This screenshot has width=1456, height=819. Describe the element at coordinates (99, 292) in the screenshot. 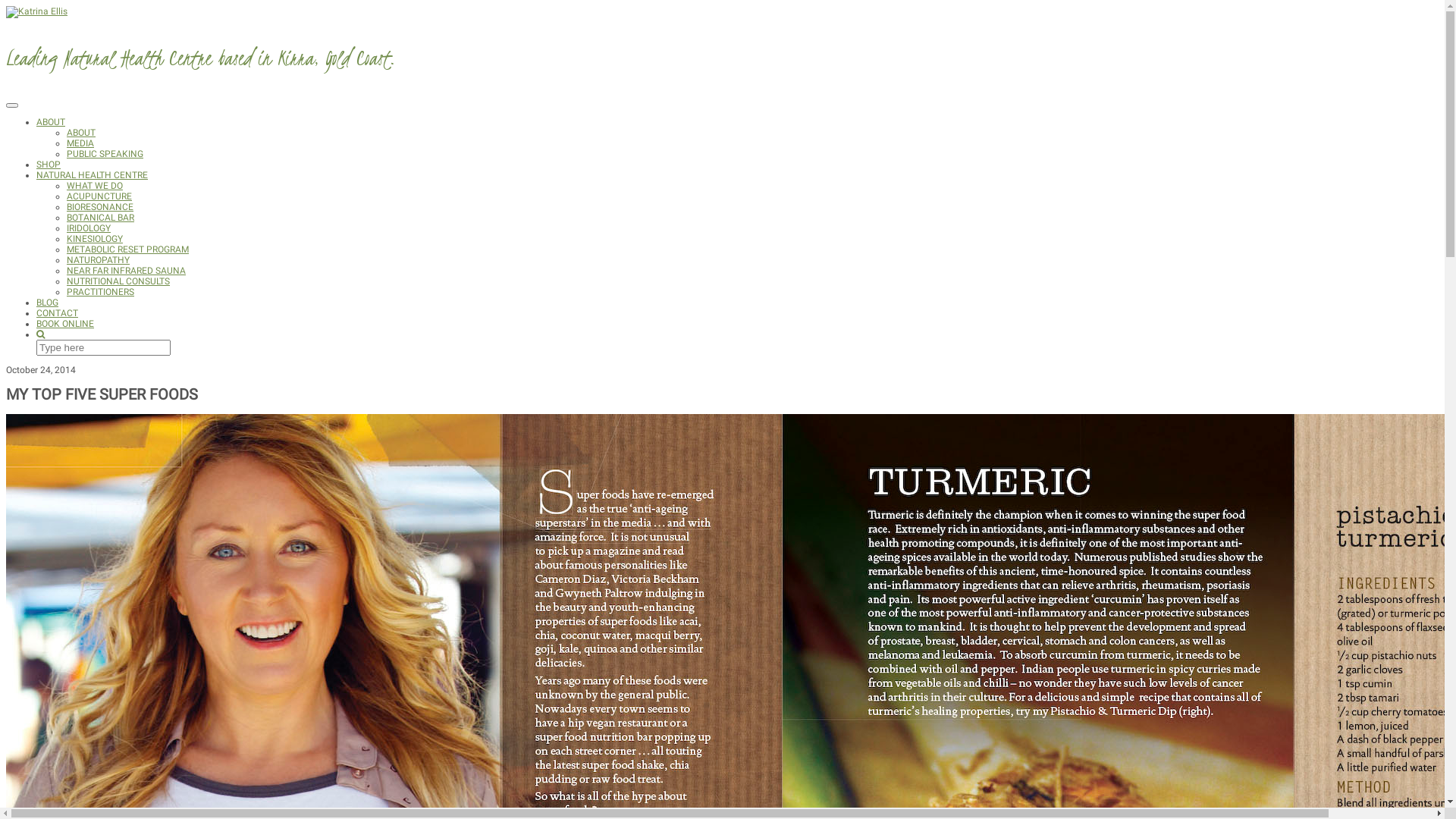

I see `'PRACTITIONERS'` at that location.